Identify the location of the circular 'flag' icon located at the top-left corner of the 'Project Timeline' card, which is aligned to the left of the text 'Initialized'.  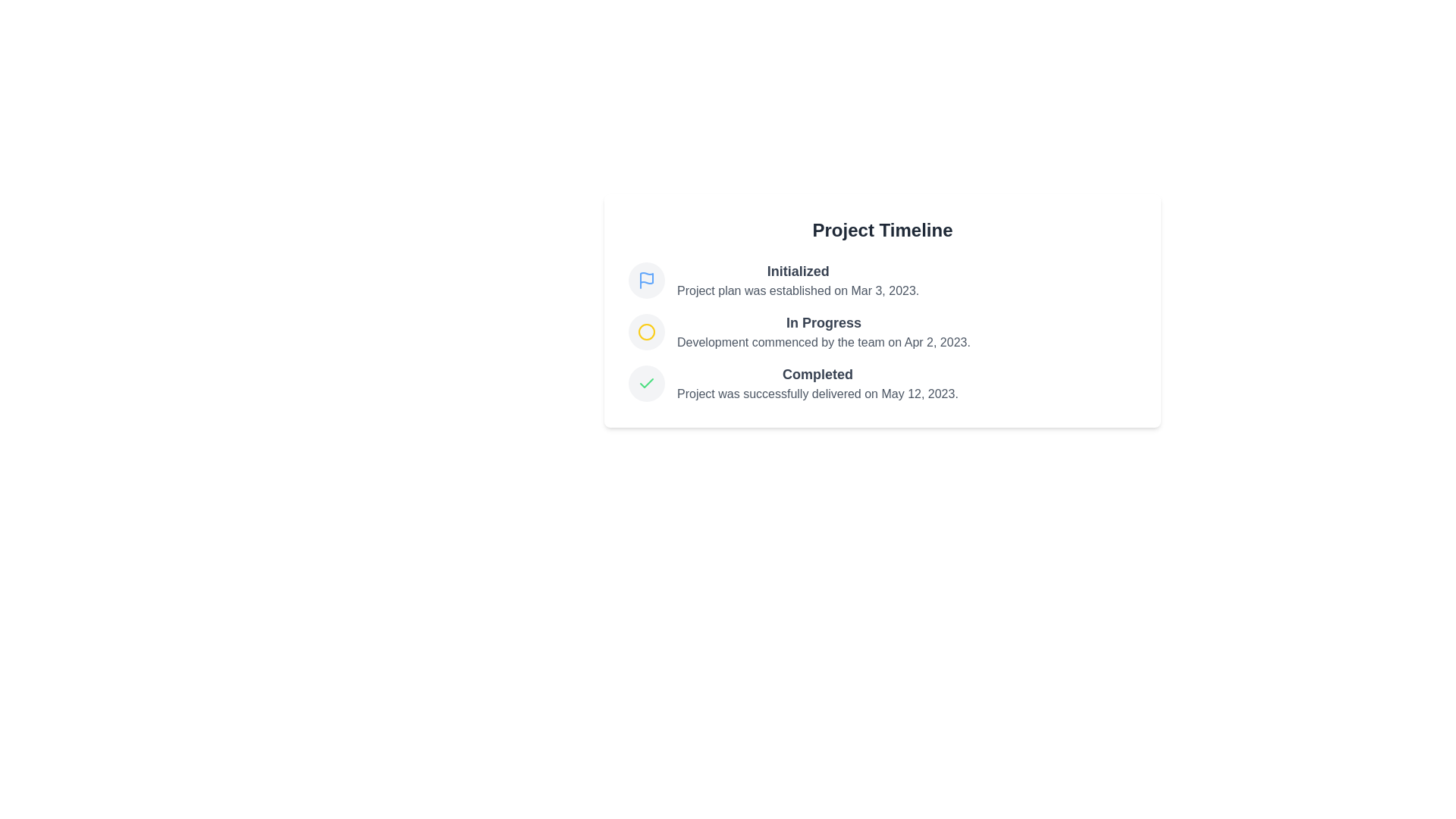
(647, 281).